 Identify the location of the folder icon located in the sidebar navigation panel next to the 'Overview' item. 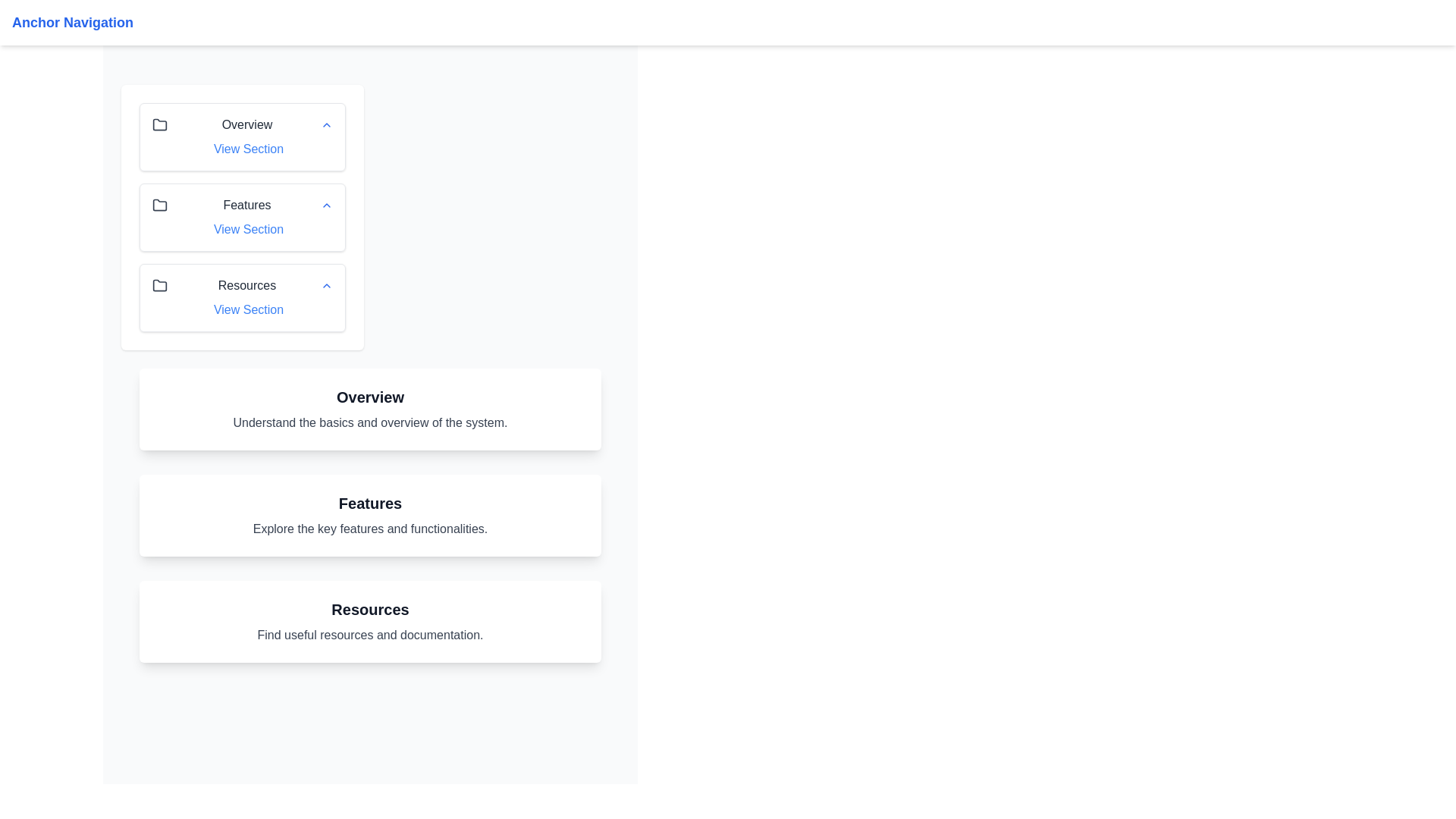
(160, 124).